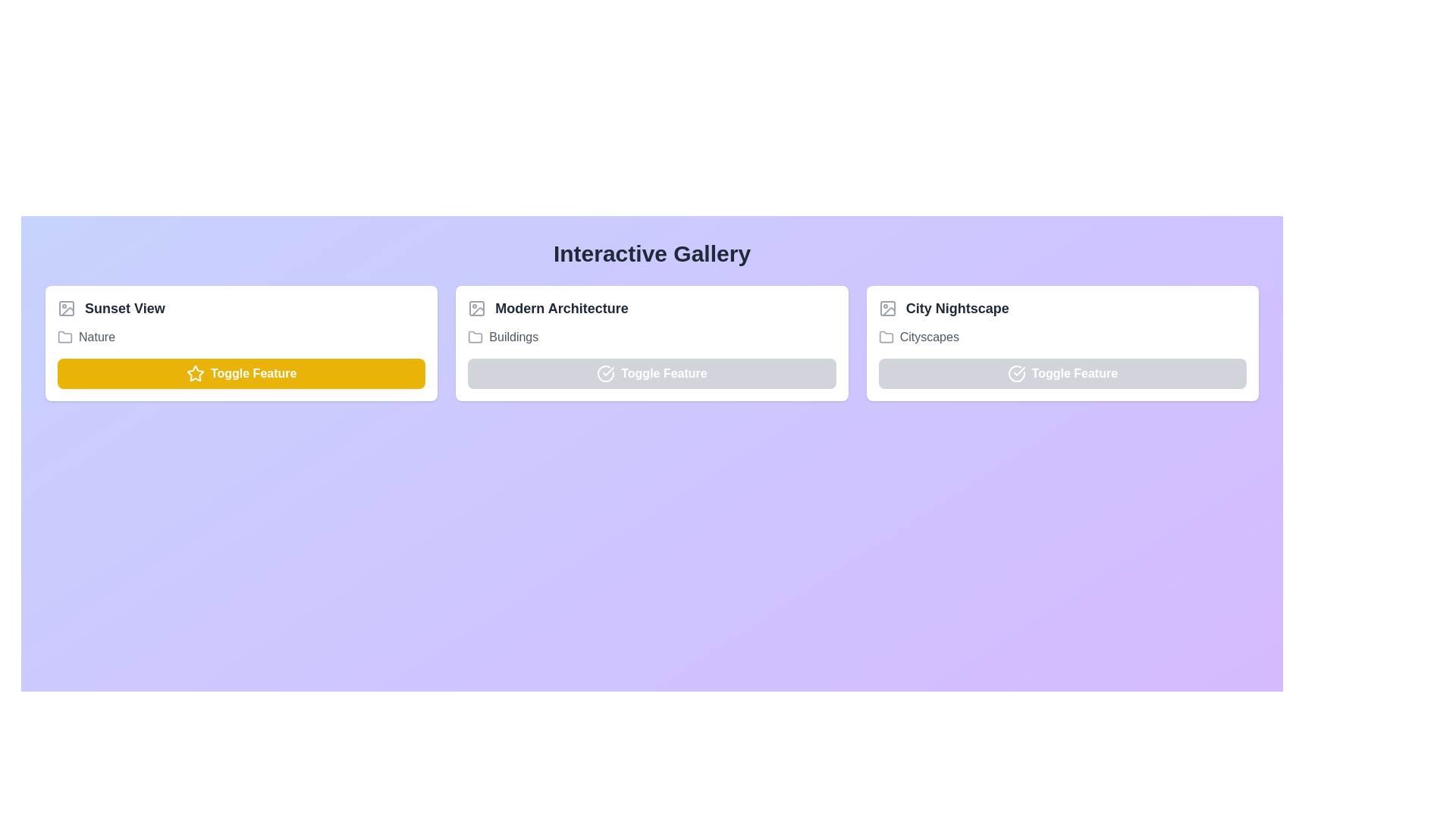 The height and width of the screenshot is (819, 1456). I want to click on the button located at the bottom of the 'City Nightscape' card on the right within the row of cards in the 'Interactive Gallery' section, so click(1062, 374).